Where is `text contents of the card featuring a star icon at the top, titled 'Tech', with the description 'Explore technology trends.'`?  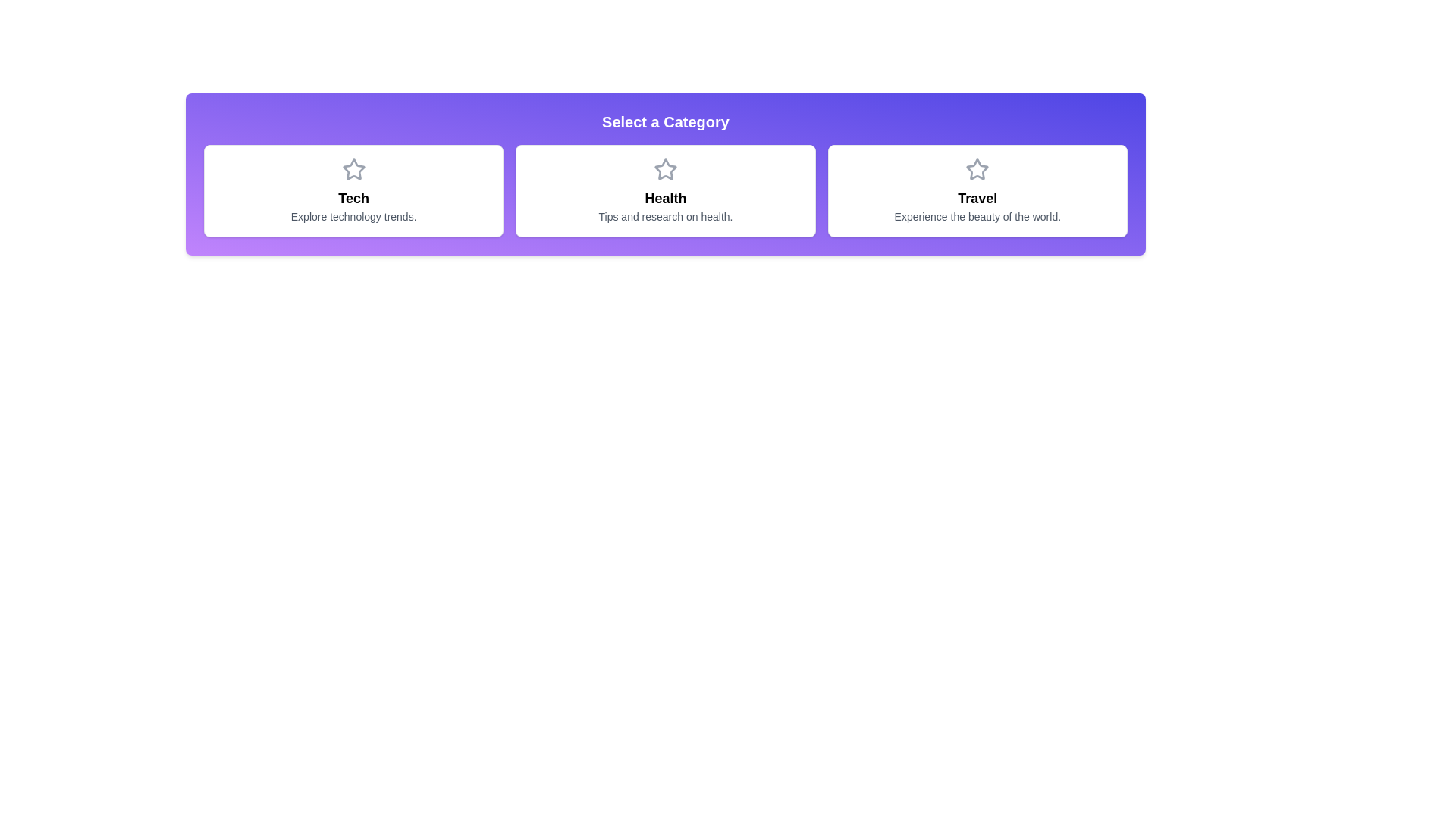 text contents of the card featuring a star icon at the top, titled 'Tech', with the description 'Explore technology trends.' is located at coordinates (353, 190).